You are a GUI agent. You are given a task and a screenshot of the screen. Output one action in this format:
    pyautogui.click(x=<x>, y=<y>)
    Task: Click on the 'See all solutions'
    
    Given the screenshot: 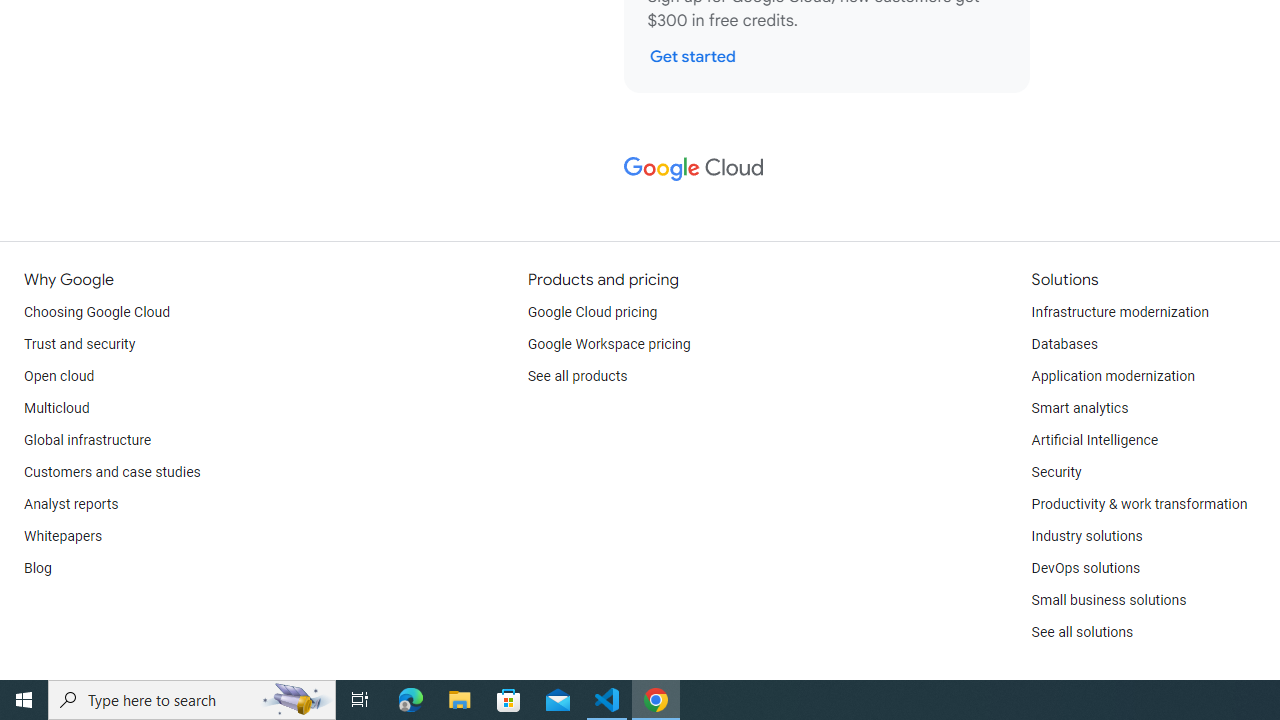 What is the action you would take?
    pyautogui.click(x=1081, y=632)
    